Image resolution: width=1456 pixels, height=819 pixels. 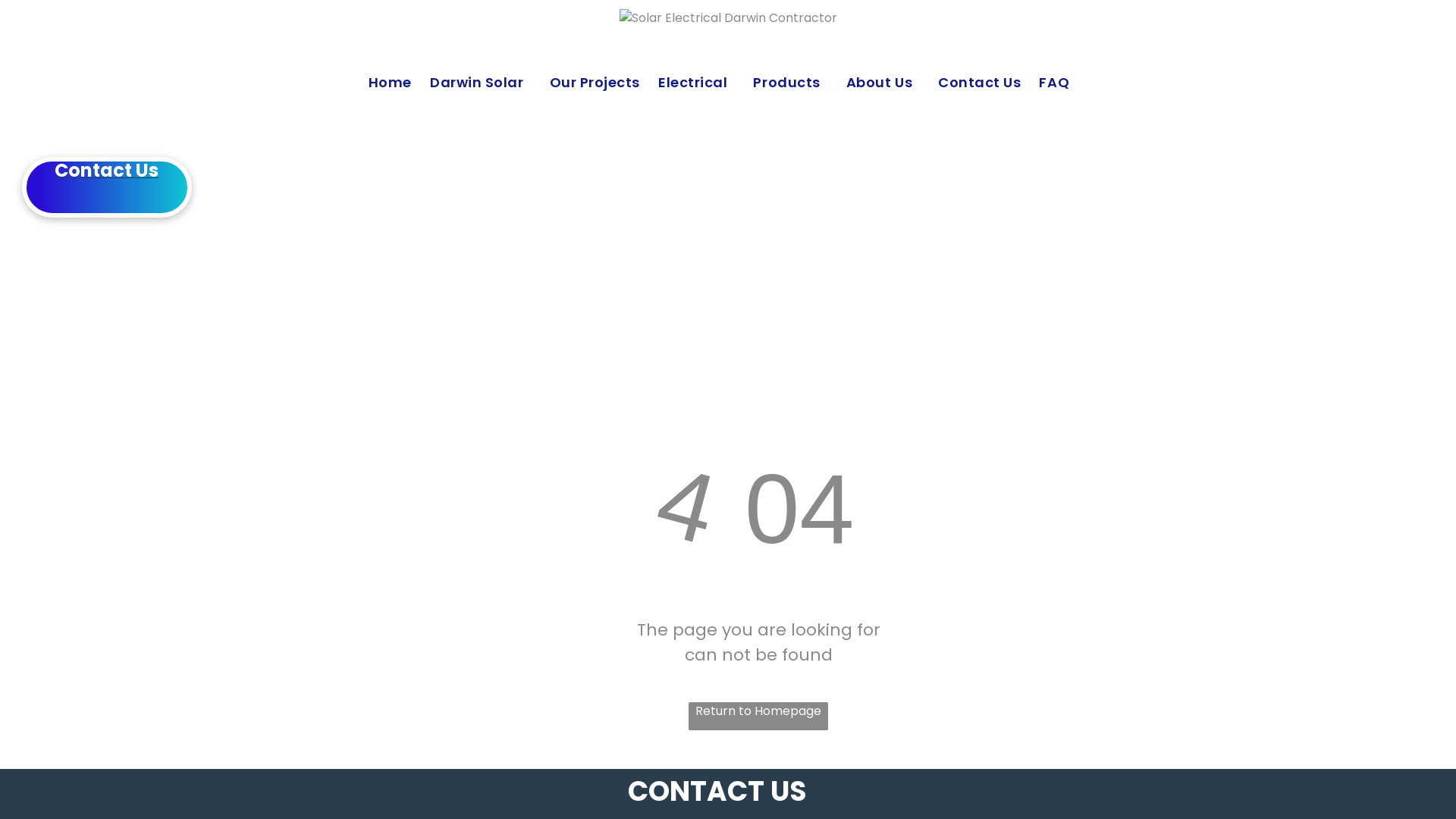 I want to click on 'Return to Homepage', so click(x=758, y=716).